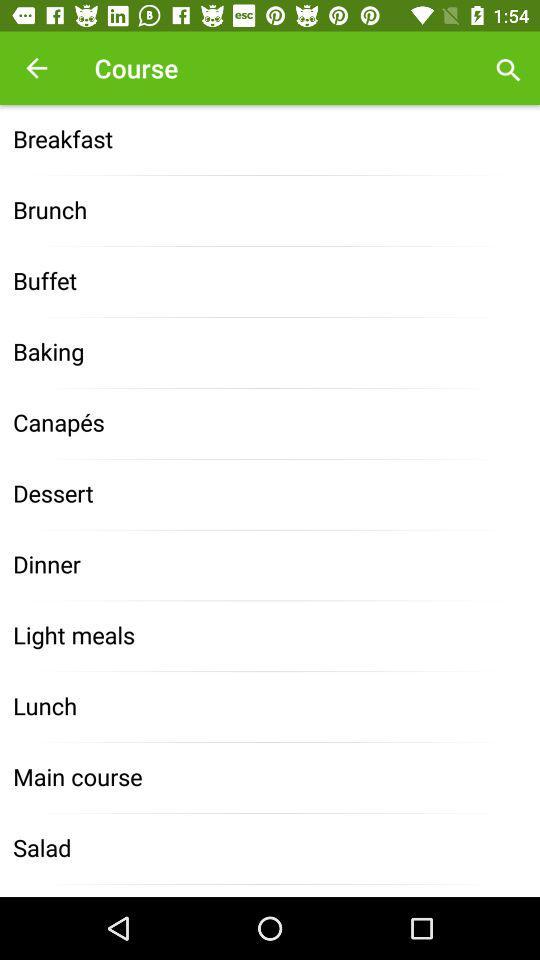  What do you see at coordinates (270, 635) in the screenshot?
I see `light meals` at bounding box center [270, 635].